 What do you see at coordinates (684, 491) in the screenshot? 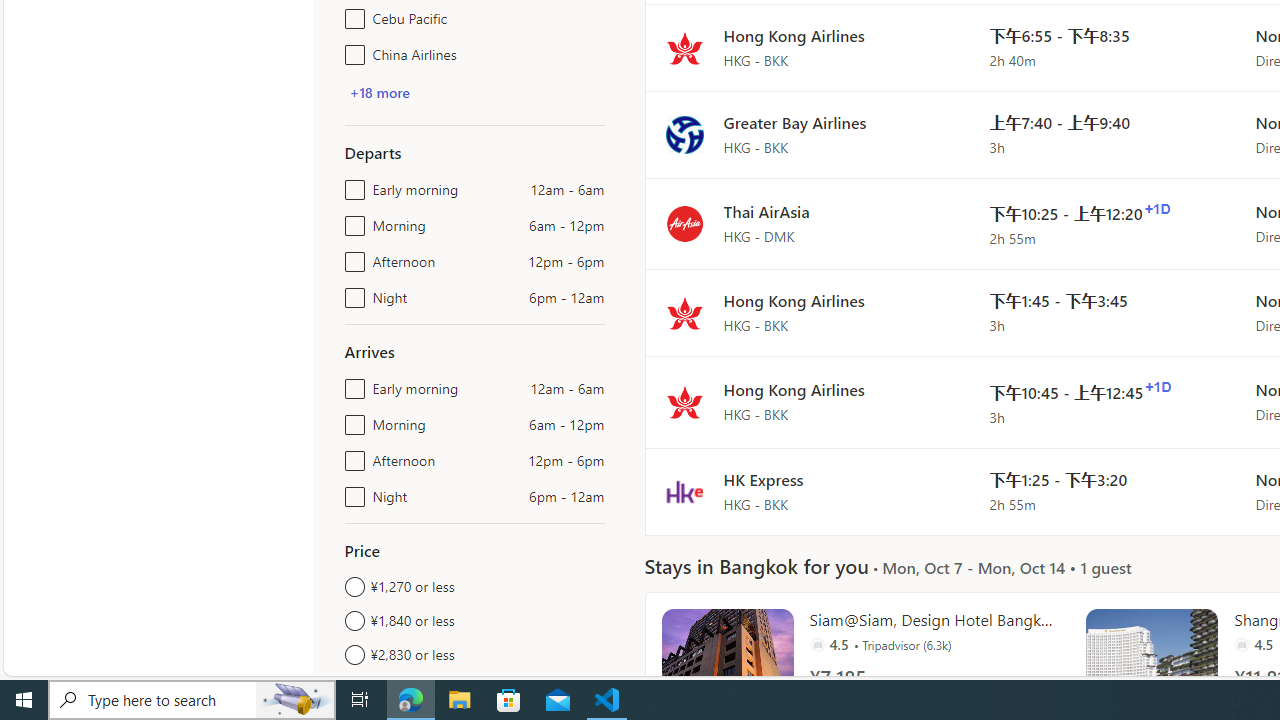
I see `'Flight logo'` at bounding box center [684, 491].